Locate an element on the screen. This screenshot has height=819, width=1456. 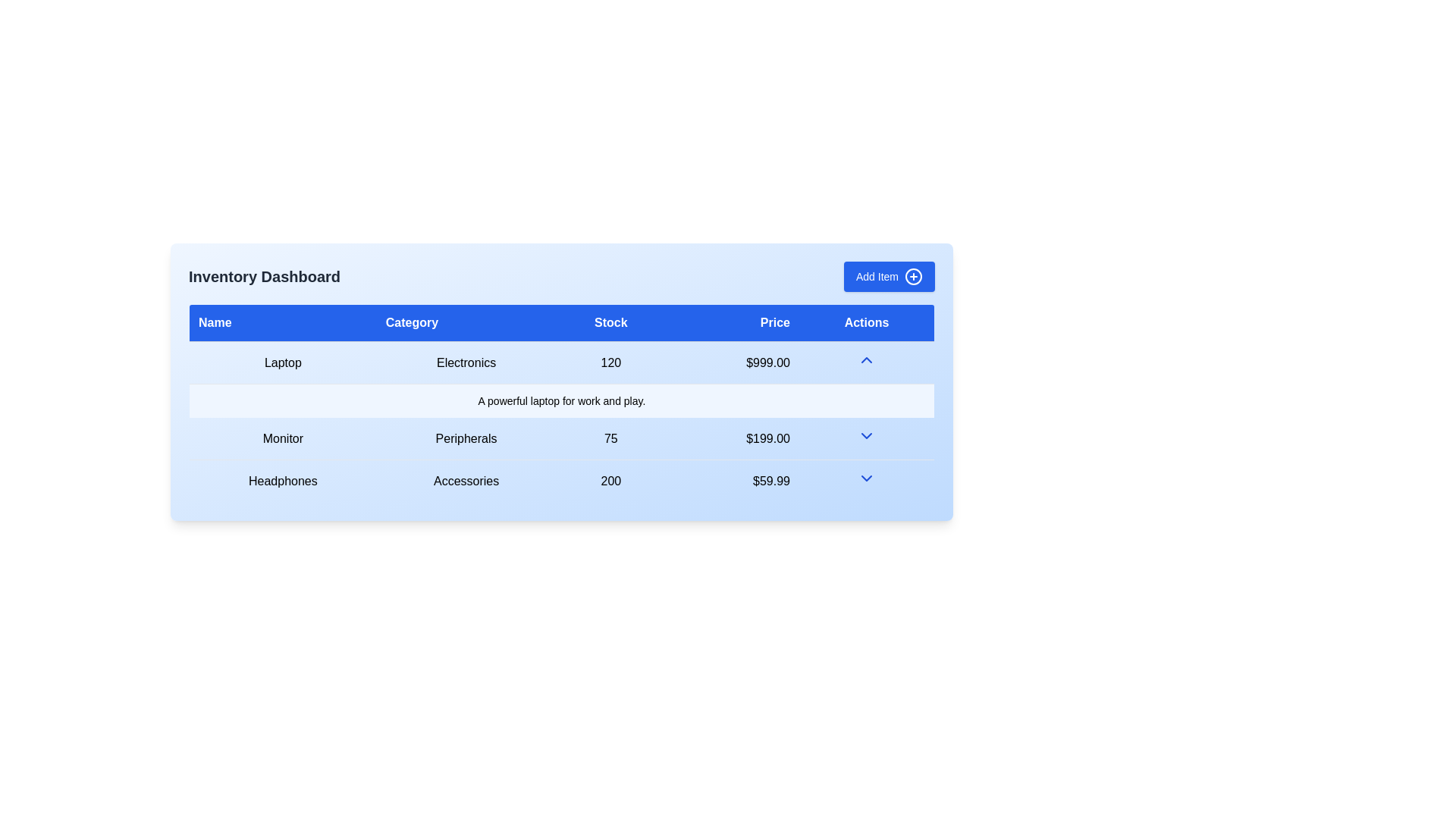
the arrow icon in the 'Actions' column of the 'Headphones' row is located at coordinates (867, 481).